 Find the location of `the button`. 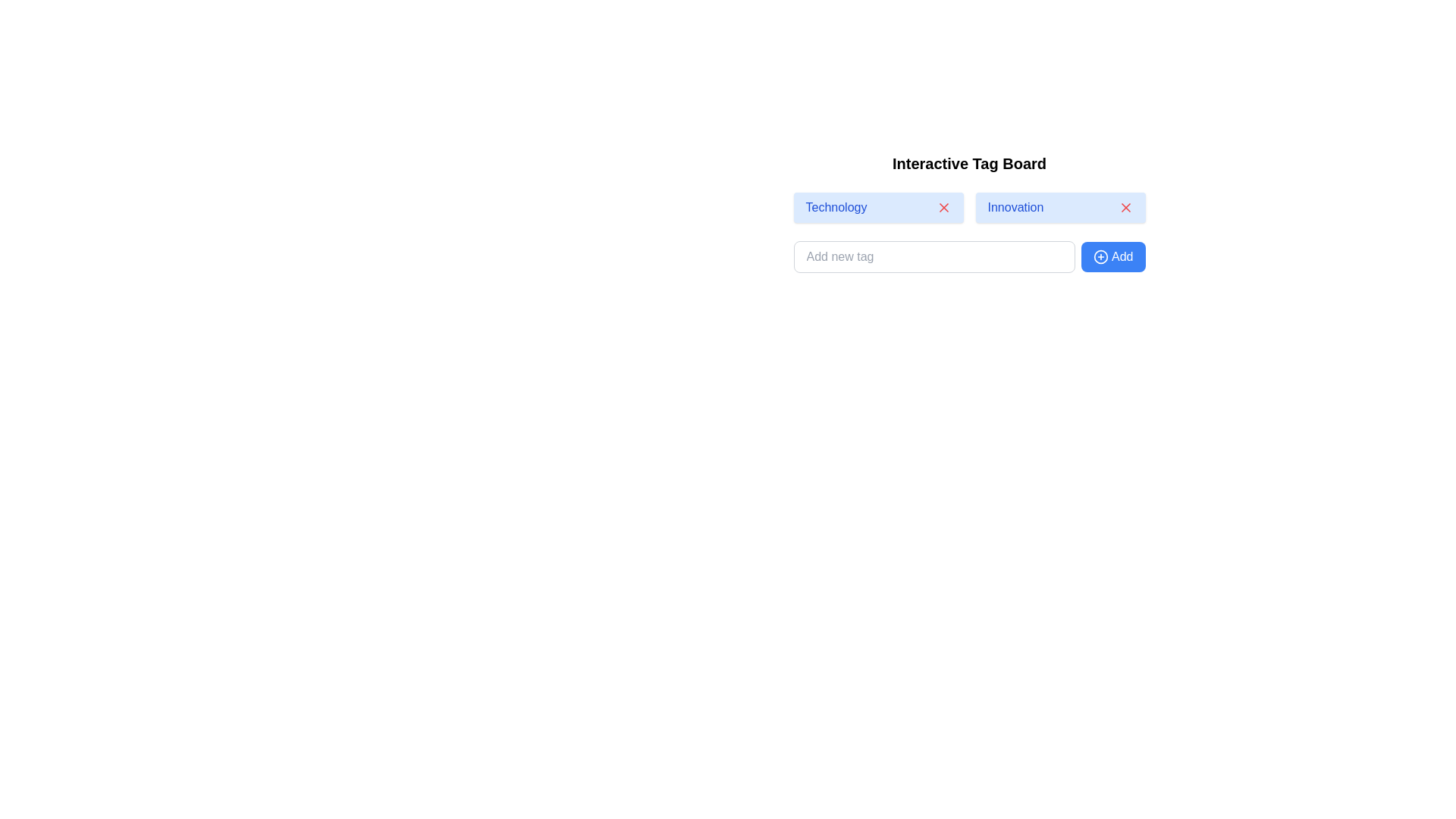

the button is located at coordinates (1113, 256).